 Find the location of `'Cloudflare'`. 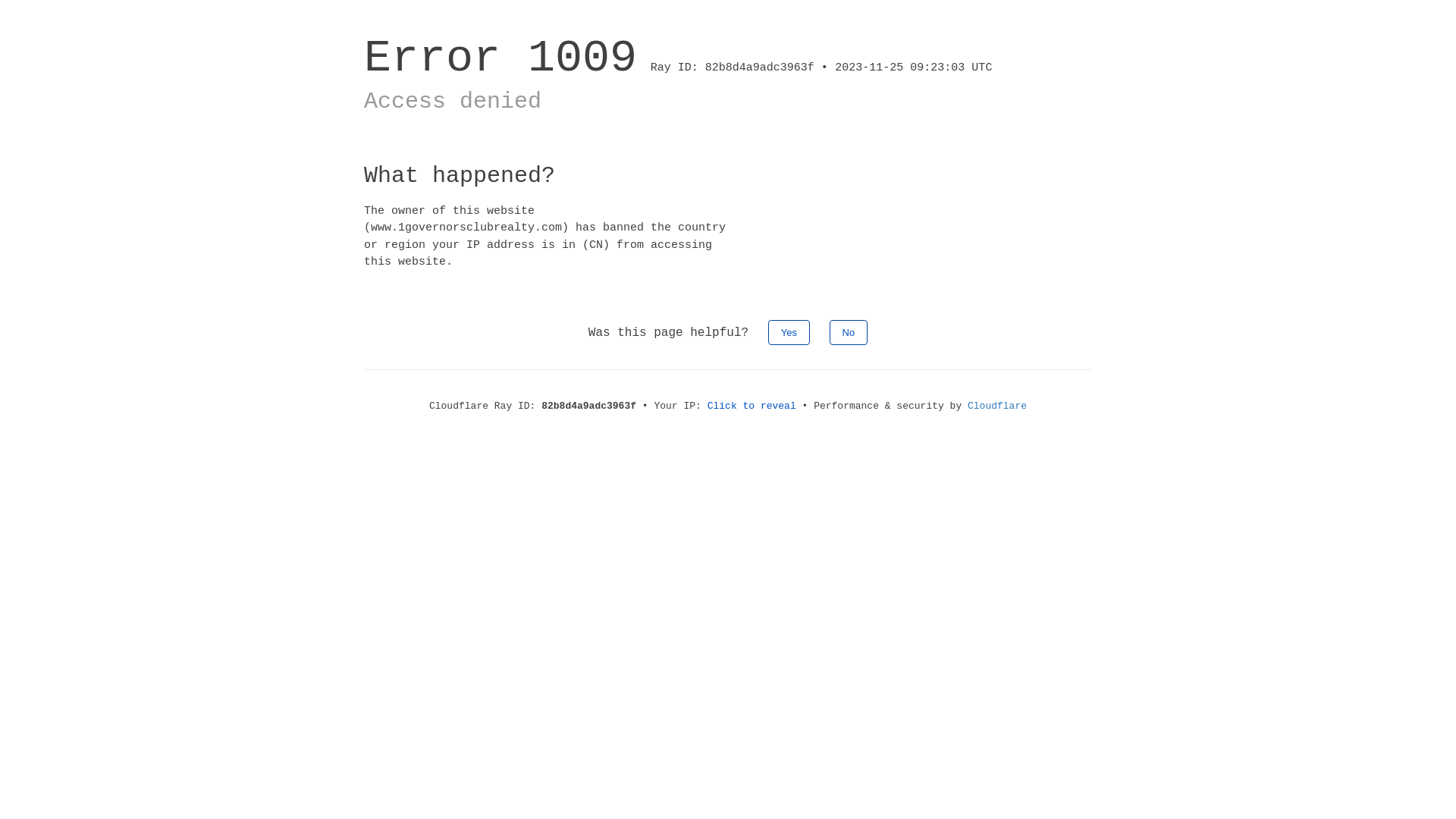

'Cloudflare' is located at coordinates (997, 405).